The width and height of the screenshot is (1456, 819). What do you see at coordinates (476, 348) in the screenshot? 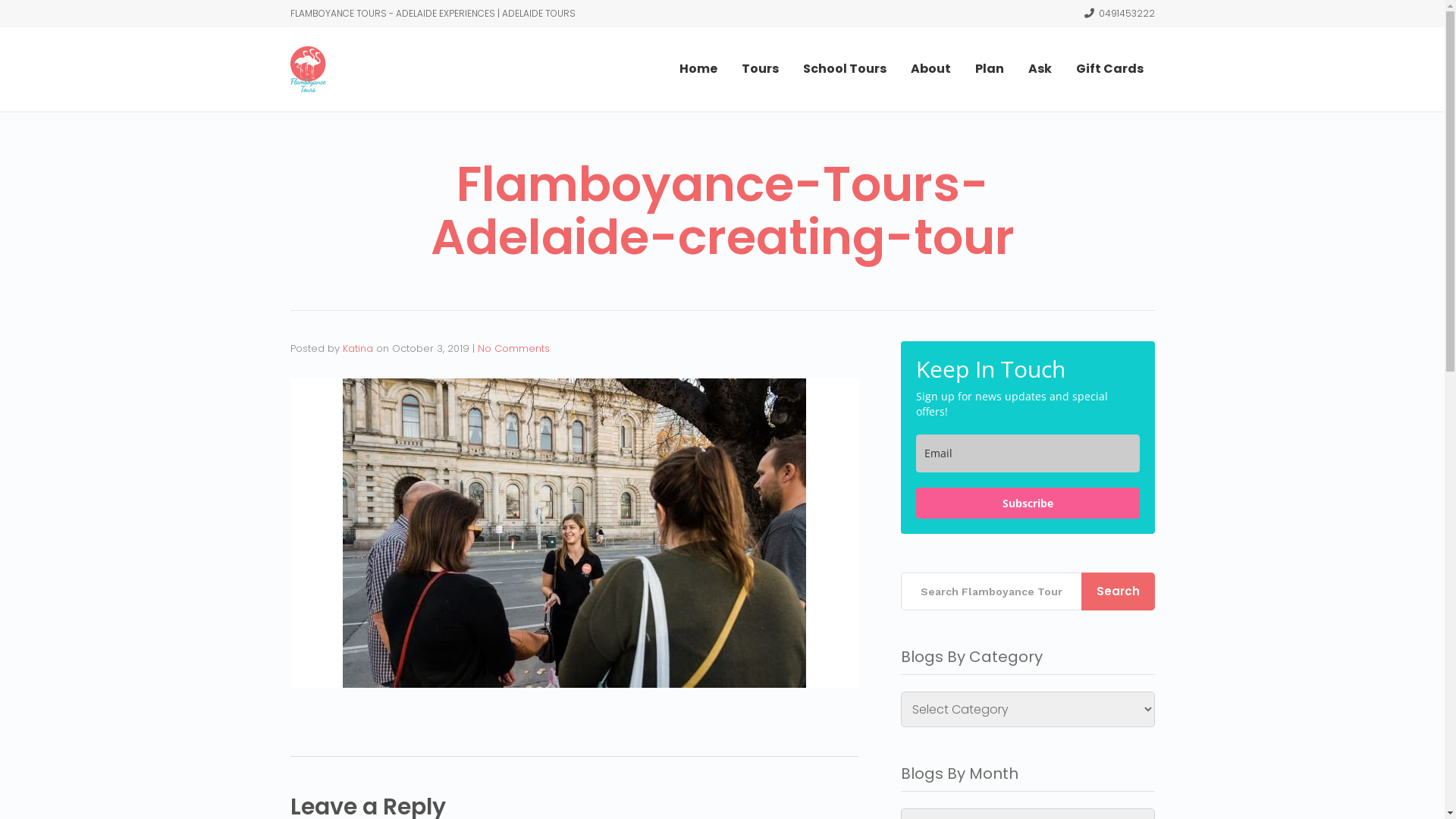
I see `'No Comments'` at bounding box center [476, 348].